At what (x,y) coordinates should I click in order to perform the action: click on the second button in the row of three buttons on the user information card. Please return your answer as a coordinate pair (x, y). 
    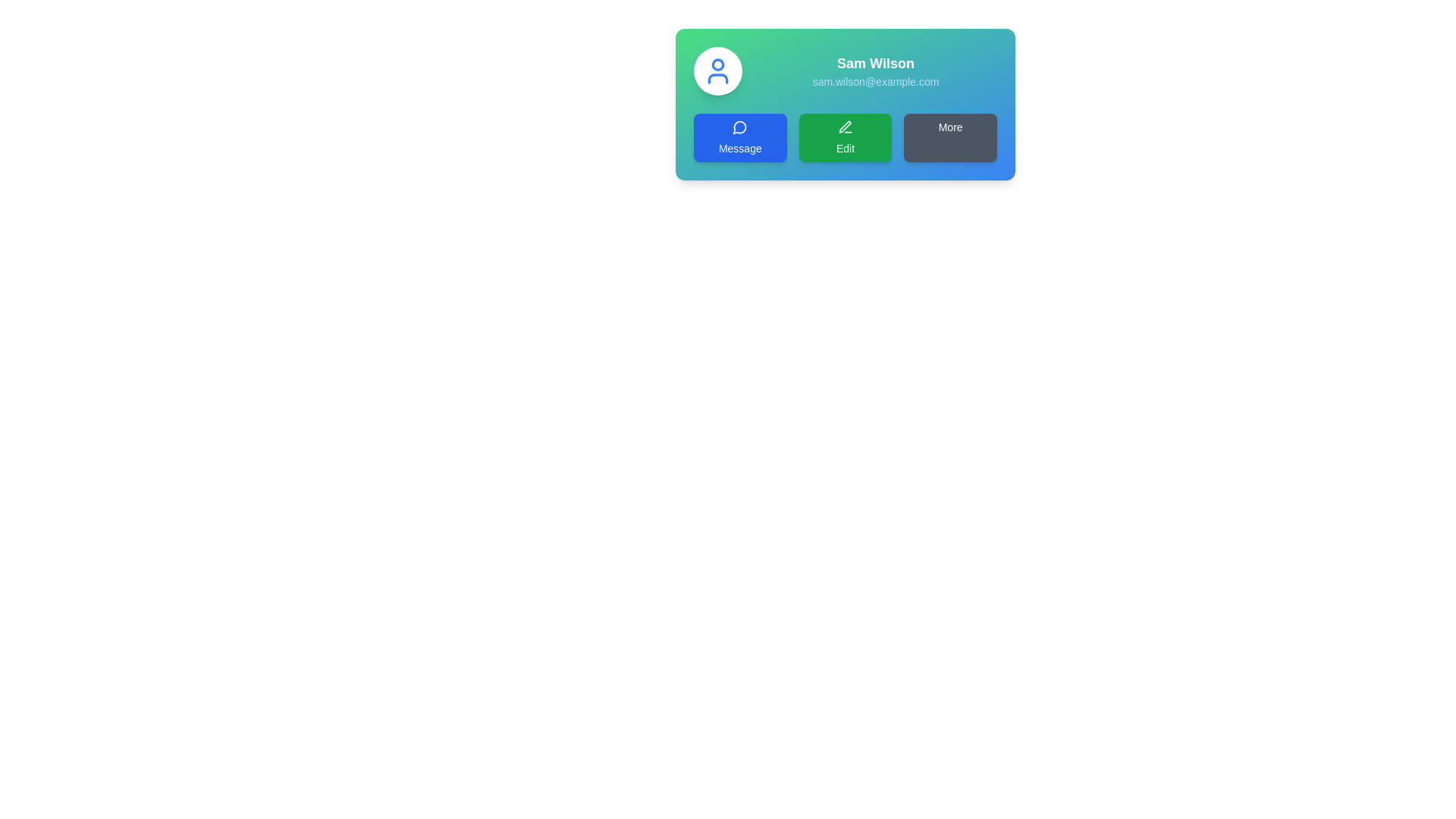
    Looking at the image, I should click on (844, 137).